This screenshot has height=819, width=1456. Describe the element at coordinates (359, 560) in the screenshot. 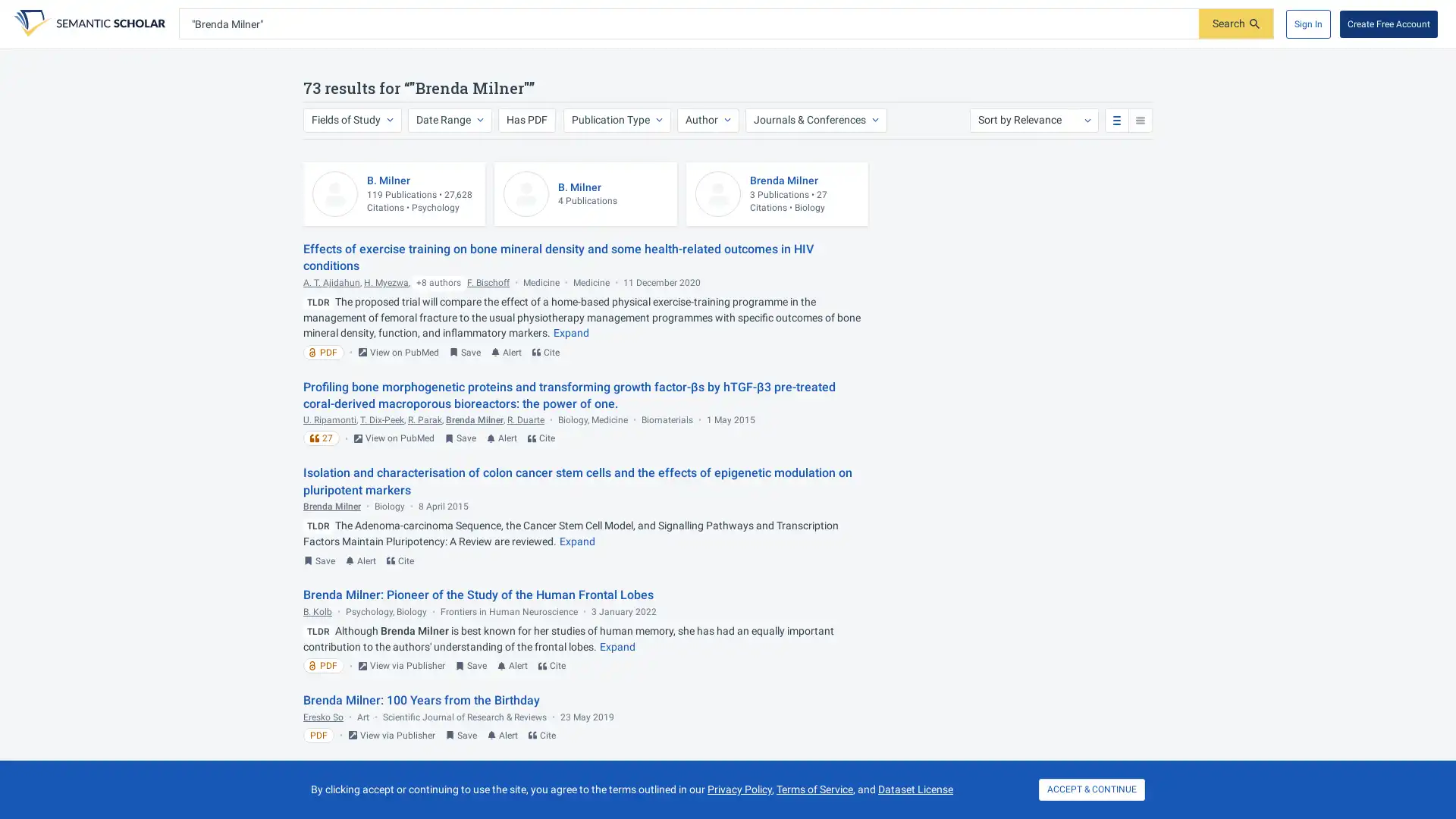

I see `Turn on email alert for this paper` at that location.